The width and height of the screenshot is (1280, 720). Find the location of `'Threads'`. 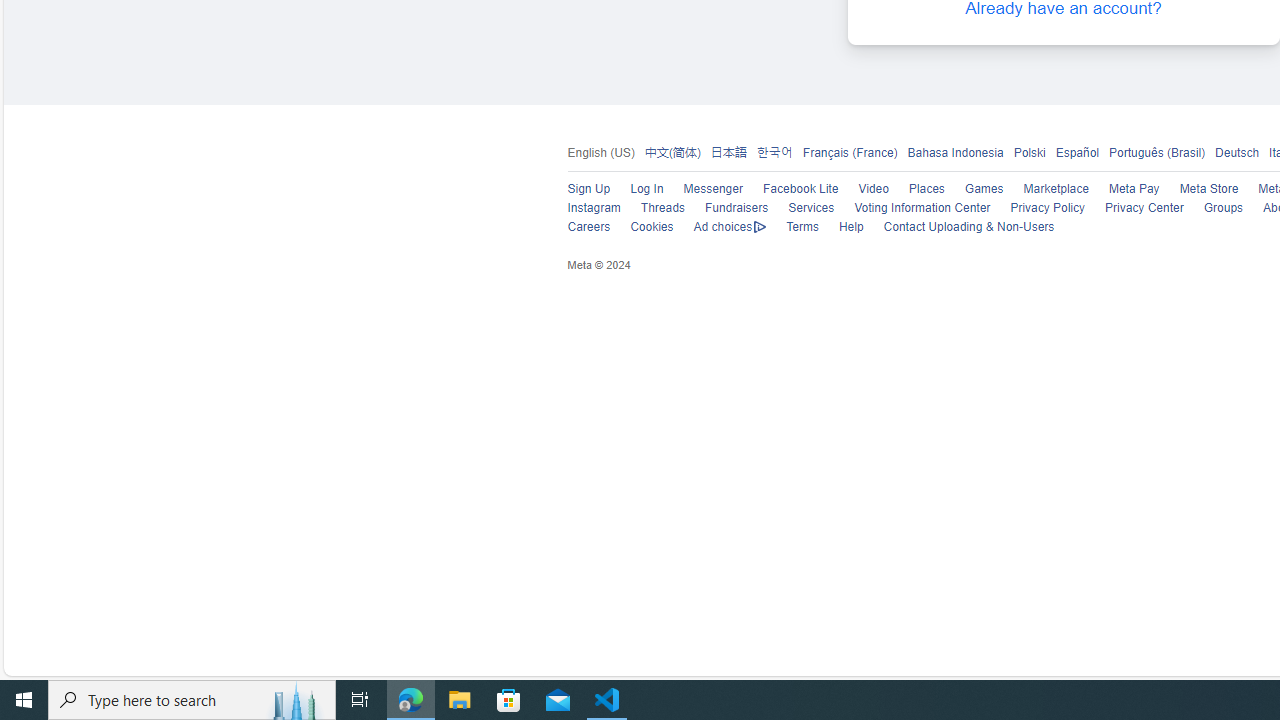

'Threads' is located at coordinates (662, 208).